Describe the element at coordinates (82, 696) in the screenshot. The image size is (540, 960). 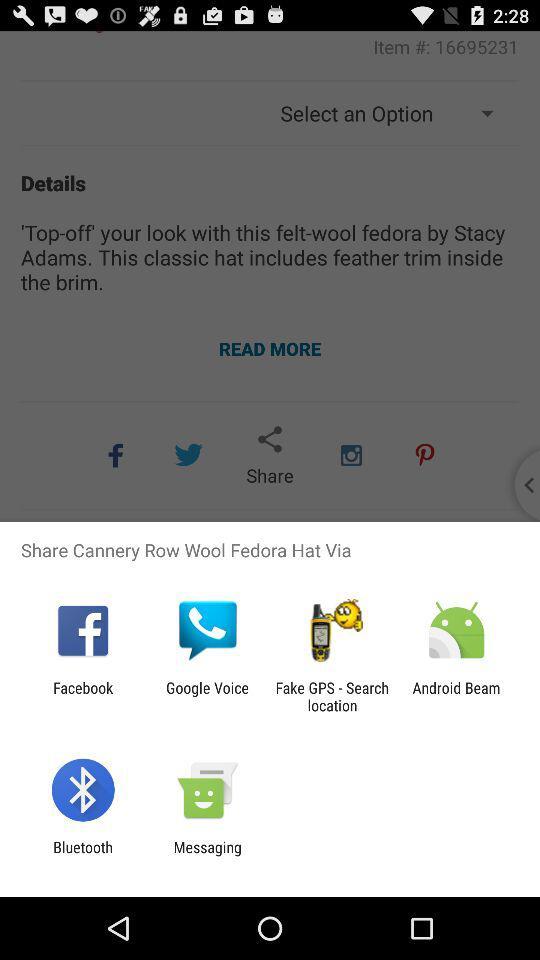
I see `the facebook item` at that location.